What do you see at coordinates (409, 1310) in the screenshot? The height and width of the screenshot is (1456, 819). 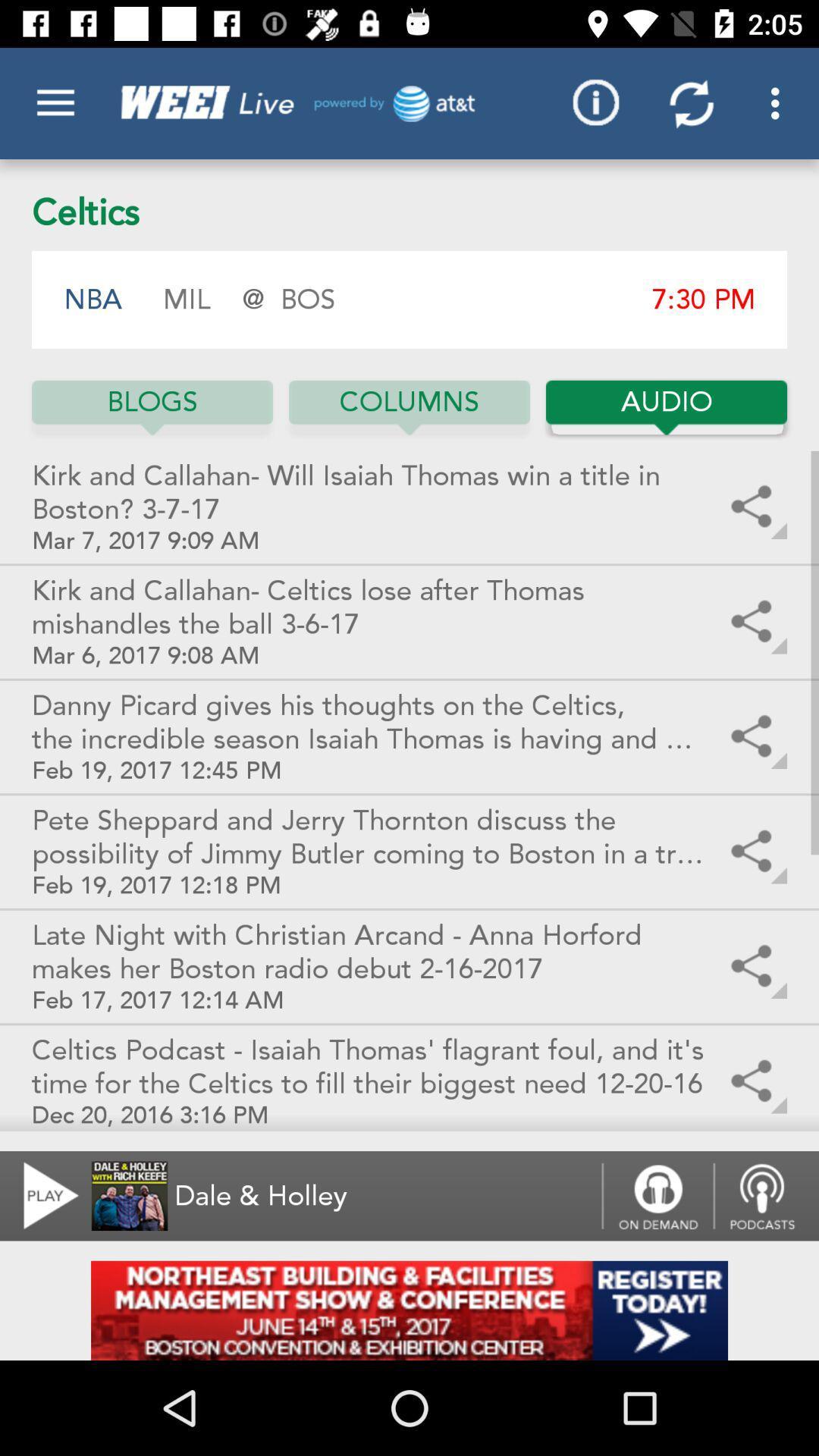 I see `addverdisment` at bounding box center [409, 1310].